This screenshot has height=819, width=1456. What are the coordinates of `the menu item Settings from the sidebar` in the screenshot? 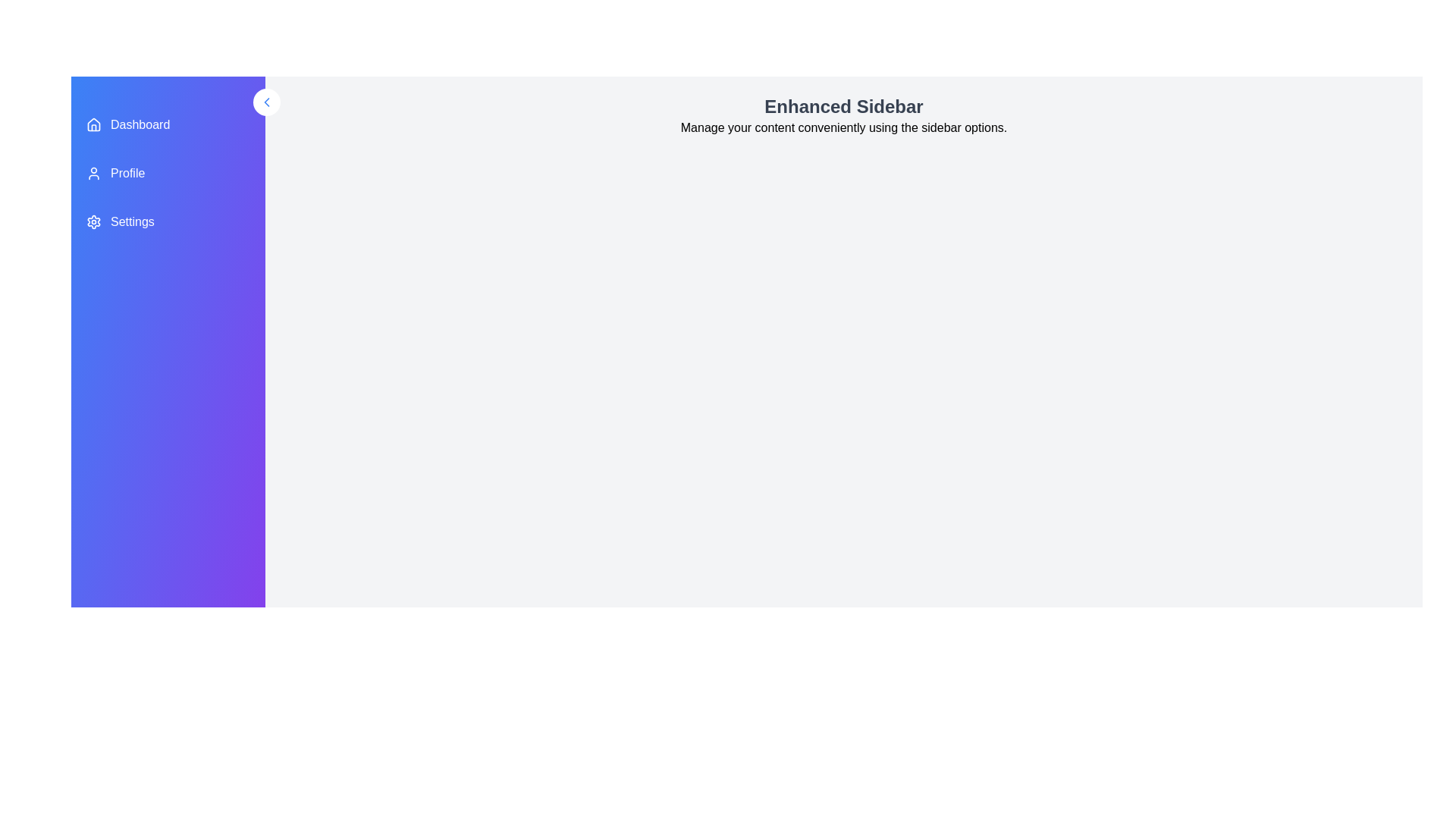 It's located at (168, 222).